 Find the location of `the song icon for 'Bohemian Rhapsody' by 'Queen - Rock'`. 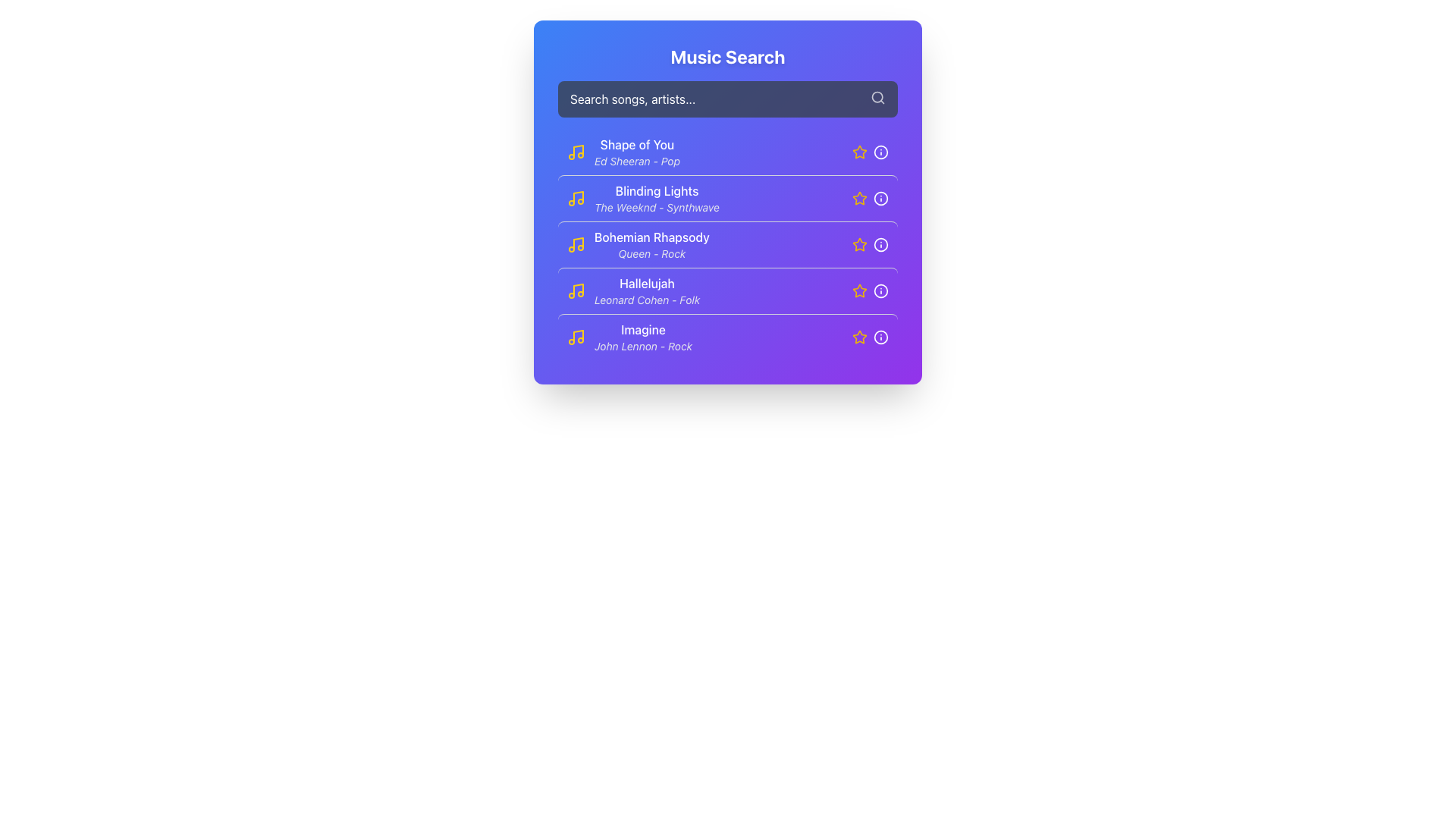

the song icon for 'Bohemian Rhapsody' by 'Queen - Rock' is located at coordinates (575, 244).